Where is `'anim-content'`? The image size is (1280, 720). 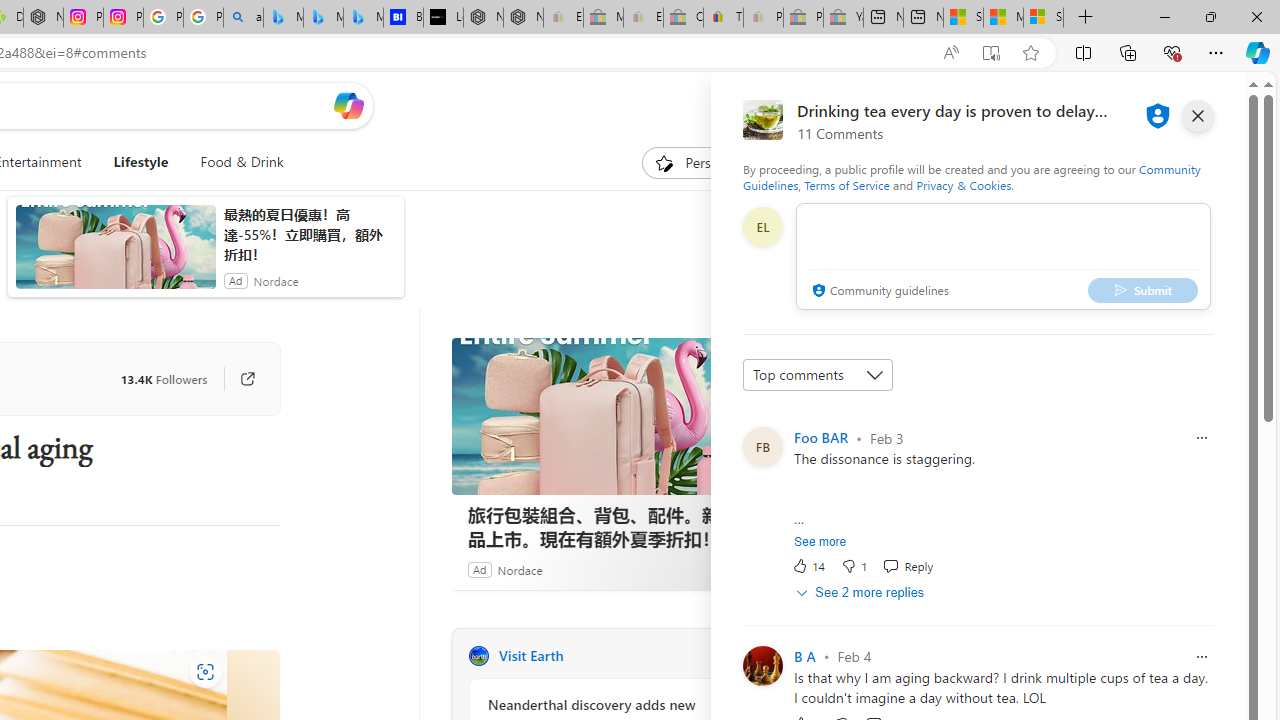 'anim-content' is located at coordinates (114, 254).